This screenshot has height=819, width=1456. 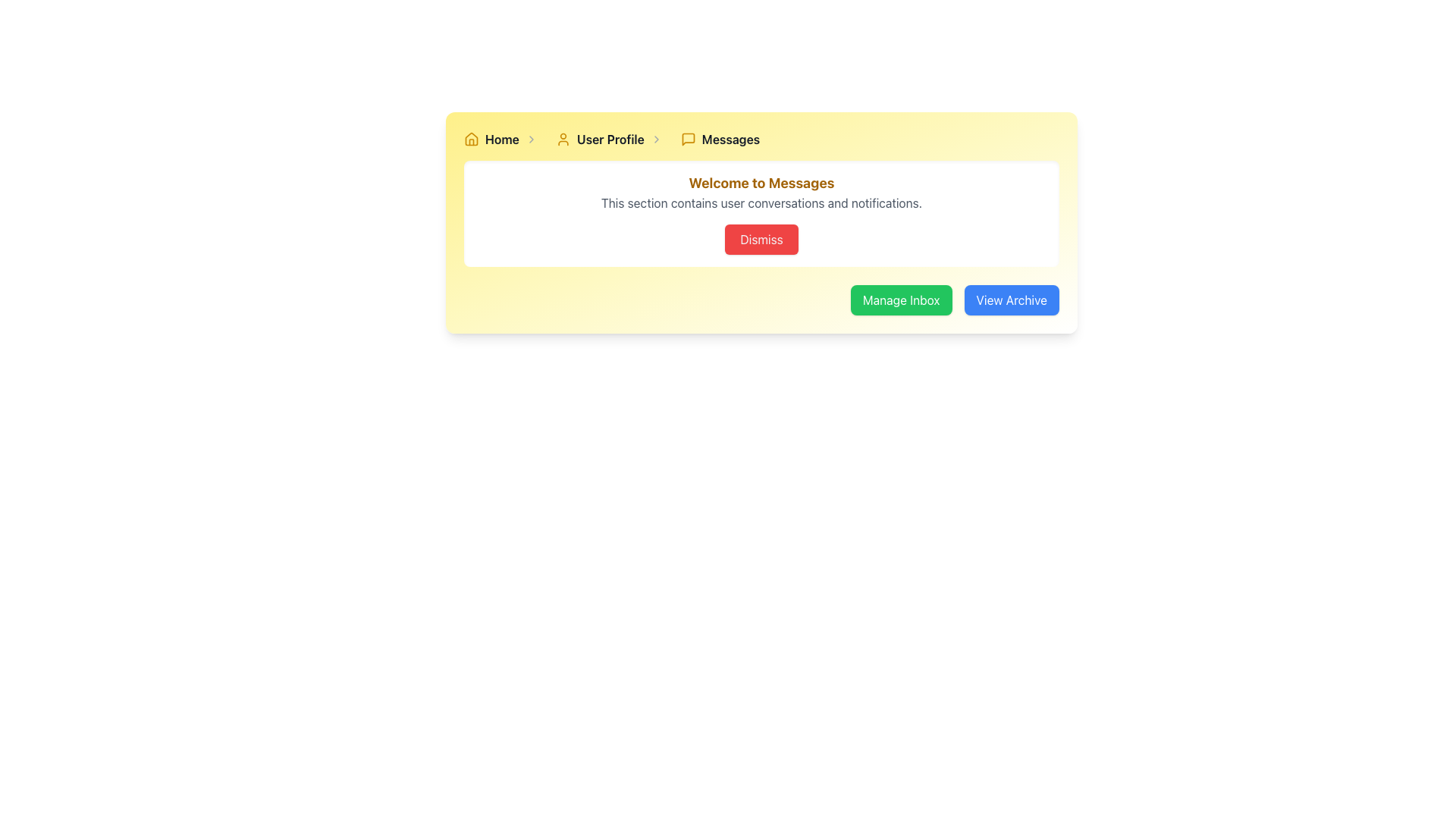 I want to click on the rectangular button with a red background and white text reading 'Dismiss', so click(x=761, y=239).